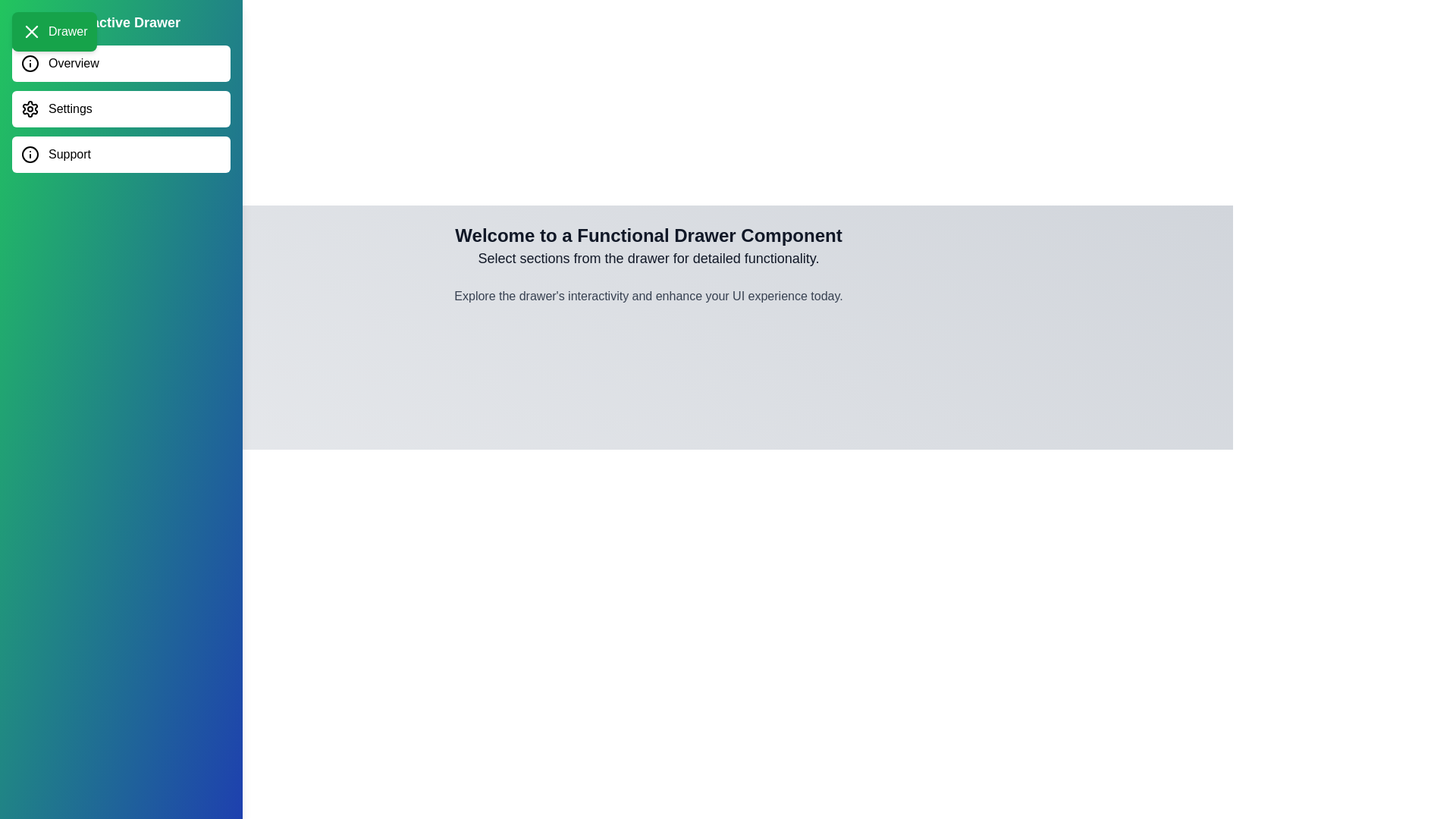  Describe the element at coordinates (120, 155) in the screenshot. I see `the Support section in the drawer menu` at that location.